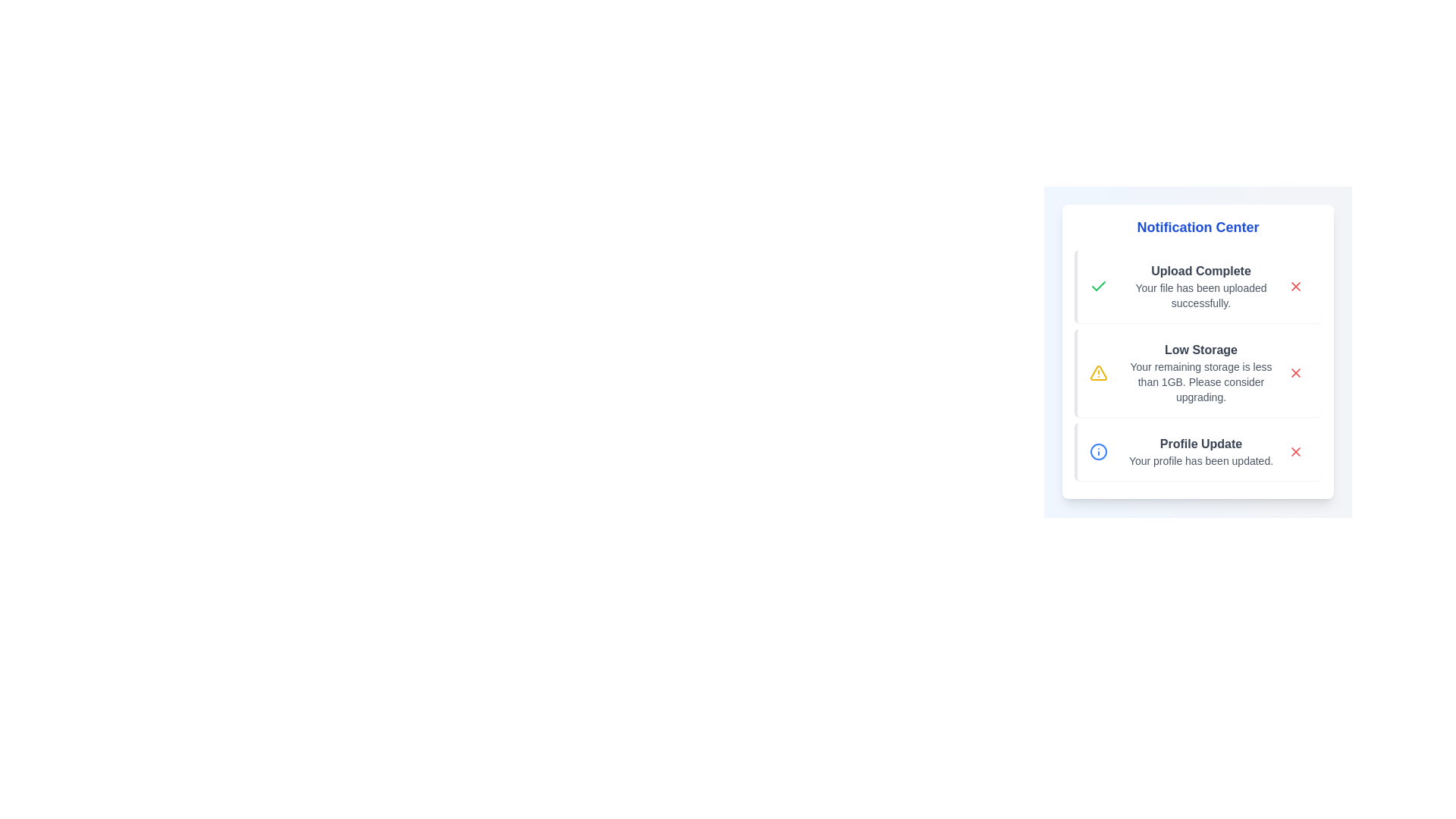  I want to click on the notification message indicating successful file upload, which is positioned below a checkmark icon and to the left of a dismiss red 'X' icon, so click(1200, 287).